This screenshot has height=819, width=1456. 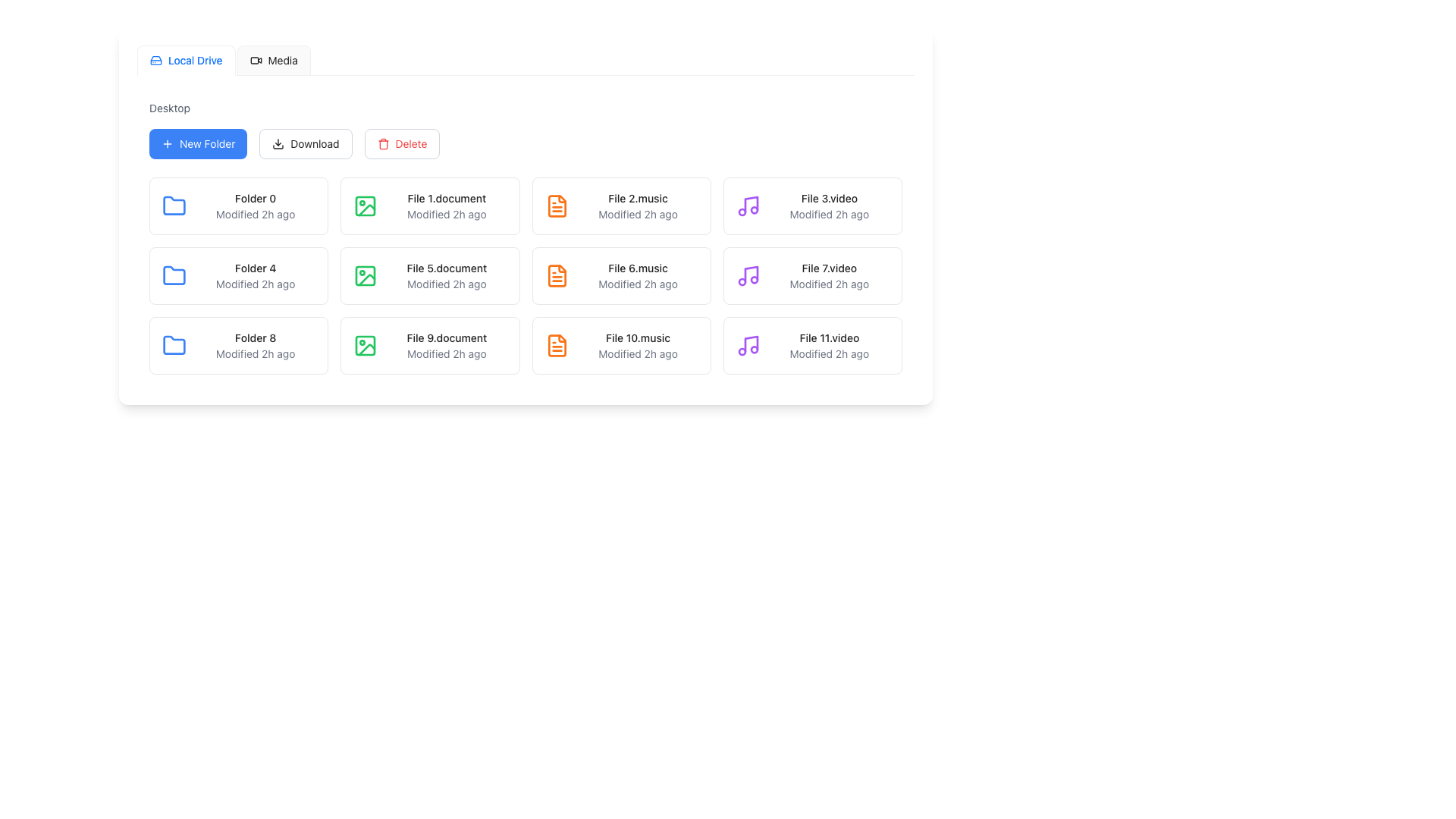 What do you see at coordinates (446, 198) in the screenshot?
I see `the text label labeled 'File 1.document' which appears in the first row and second column of the grid structure` at bounding box center [446, 198].